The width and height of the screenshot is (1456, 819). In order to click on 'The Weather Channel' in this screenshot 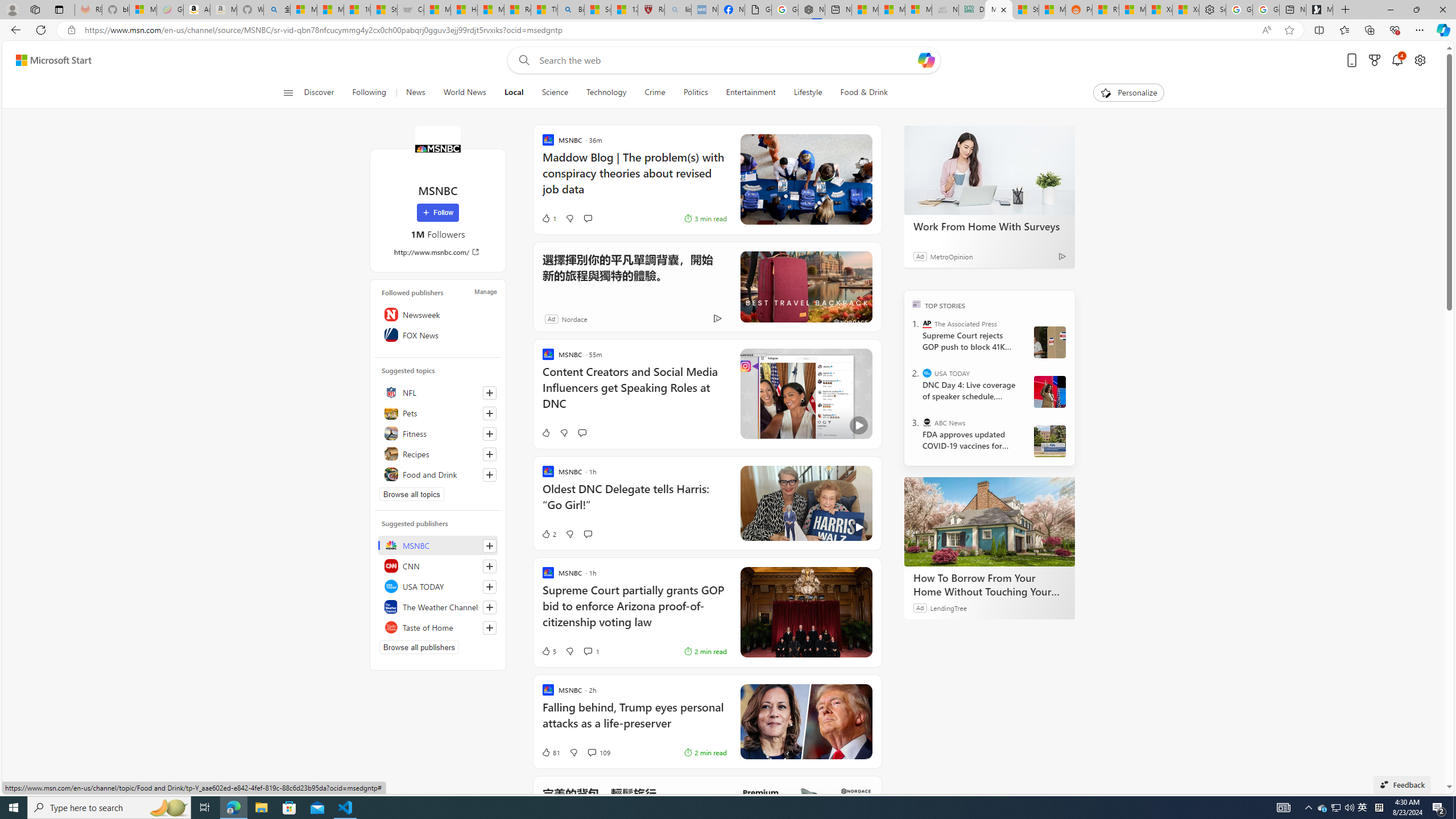, I will do `click(438, 606)`.